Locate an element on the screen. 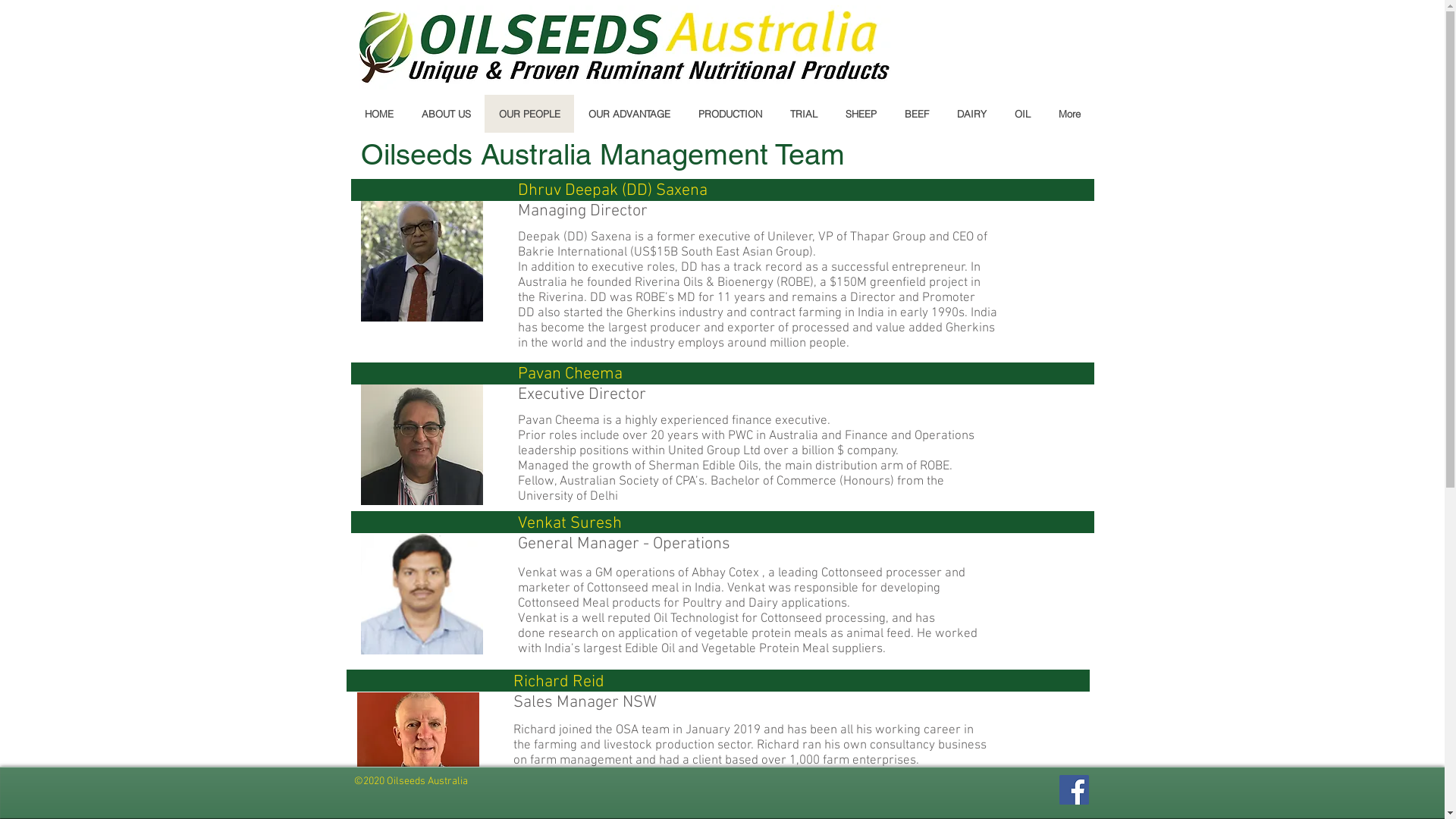 The image size is (1456, 819). 'DAIRY' is located at coordinates (971, 113).